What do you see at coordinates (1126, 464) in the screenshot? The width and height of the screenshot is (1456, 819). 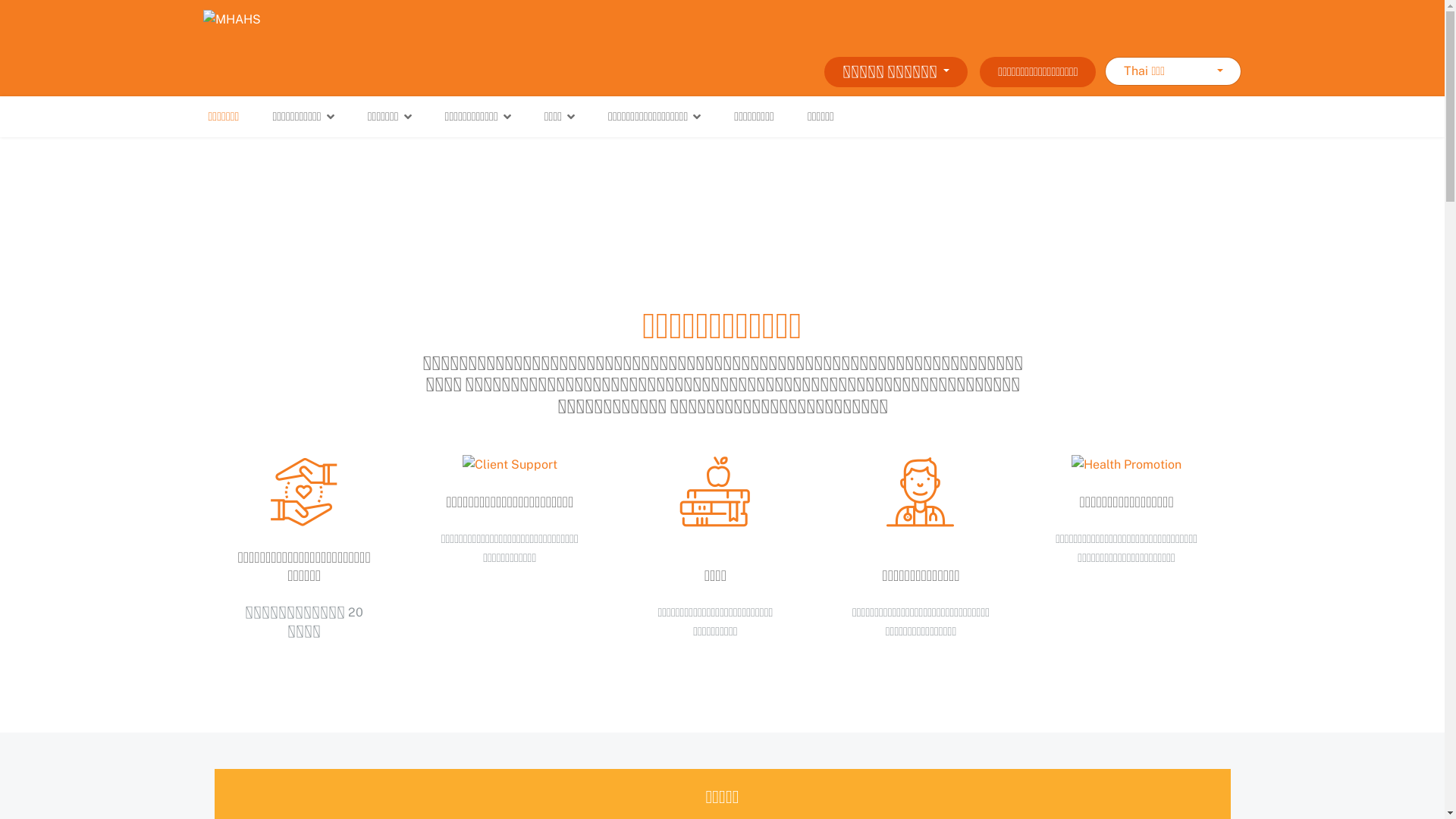 I see `'Health Promotion'` at bounding box center [1126, 464].